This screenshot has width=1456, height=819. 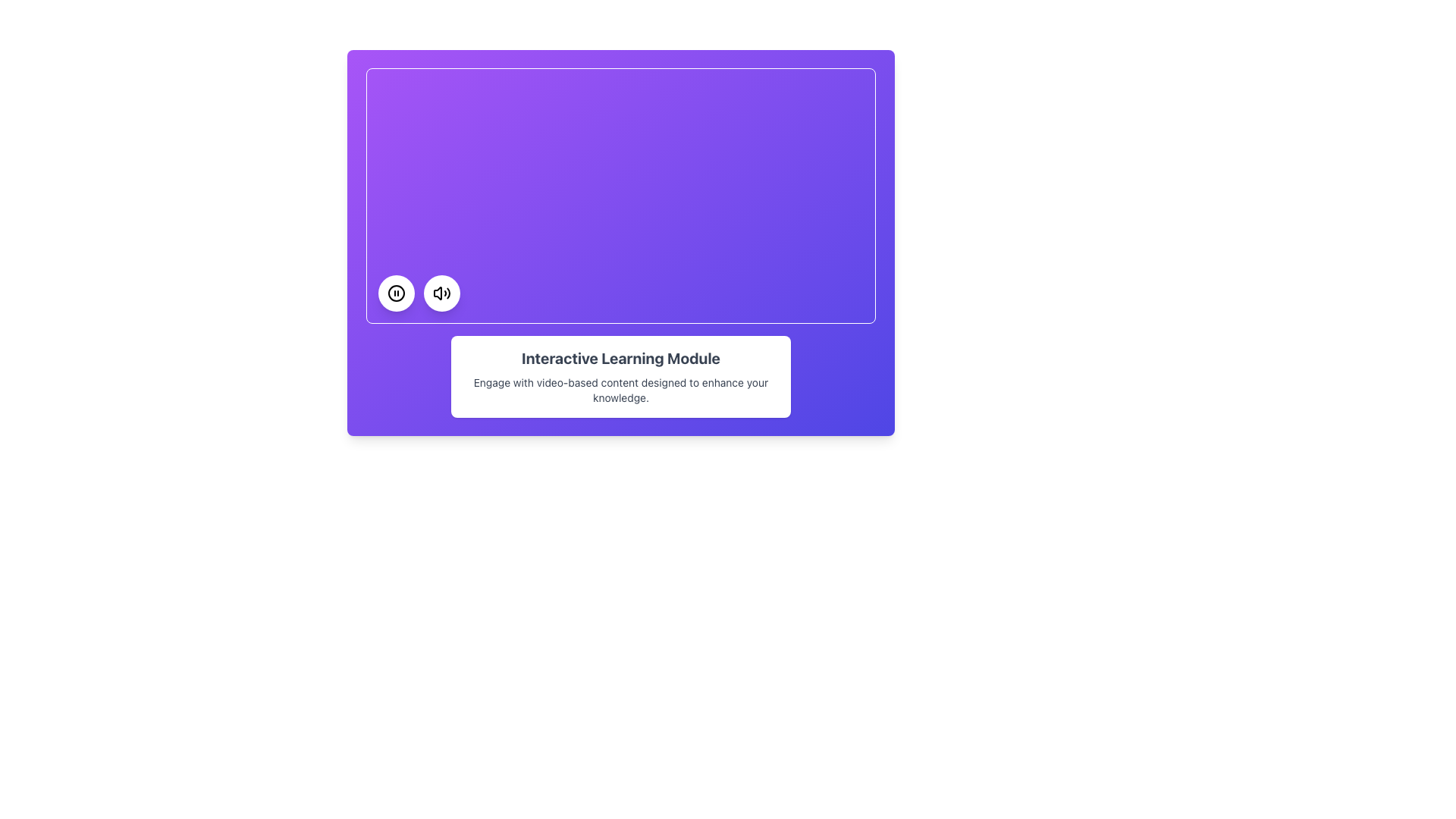 I want to click on information displayed in the Informational Card titled 'Interactive Learning Module', which contains a description about engaging with video-based content, so click(x=621, y=376).